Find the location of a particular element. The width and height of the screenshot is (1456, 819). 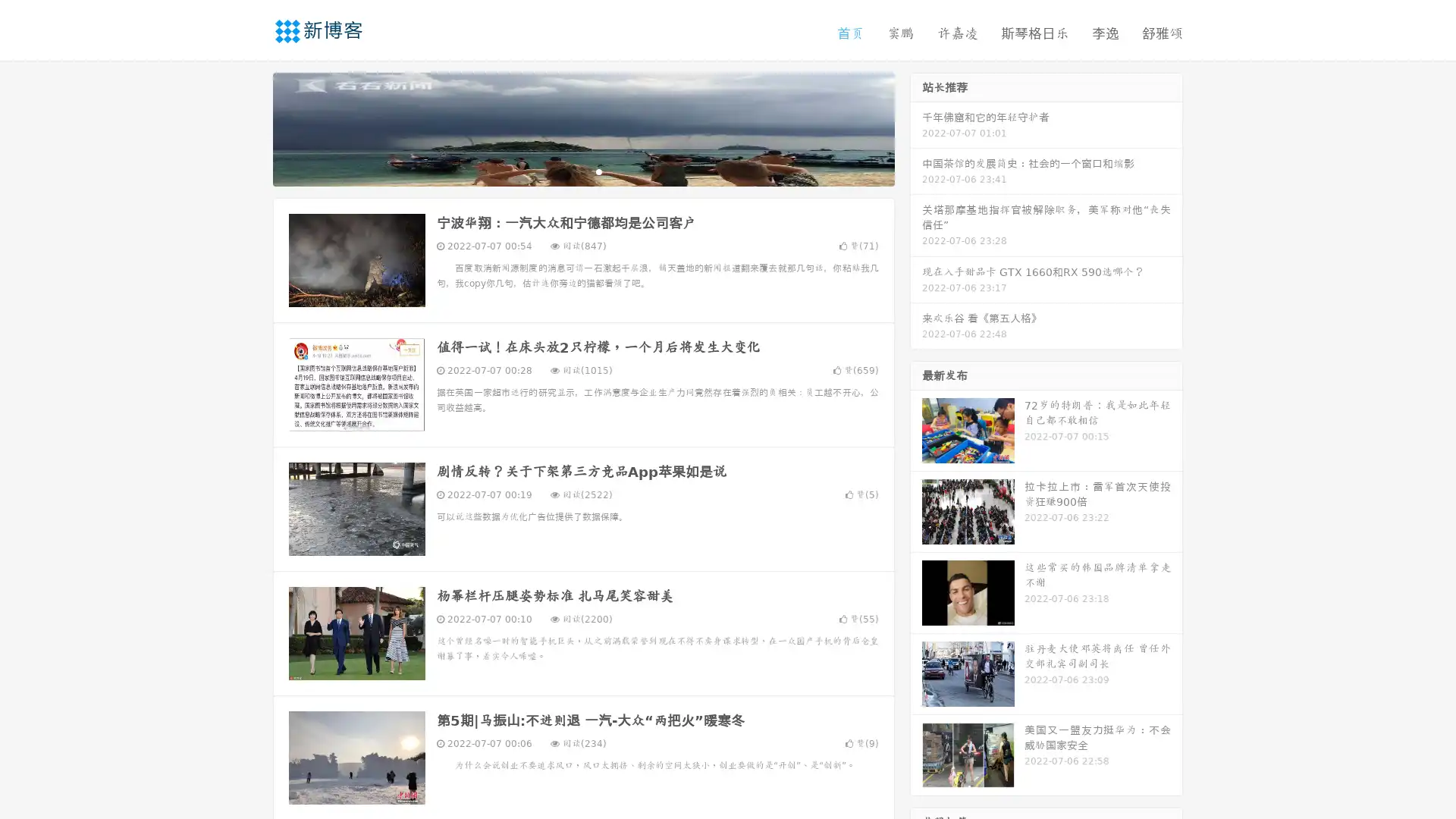

Previous slide is located at coordinates (250, 127).